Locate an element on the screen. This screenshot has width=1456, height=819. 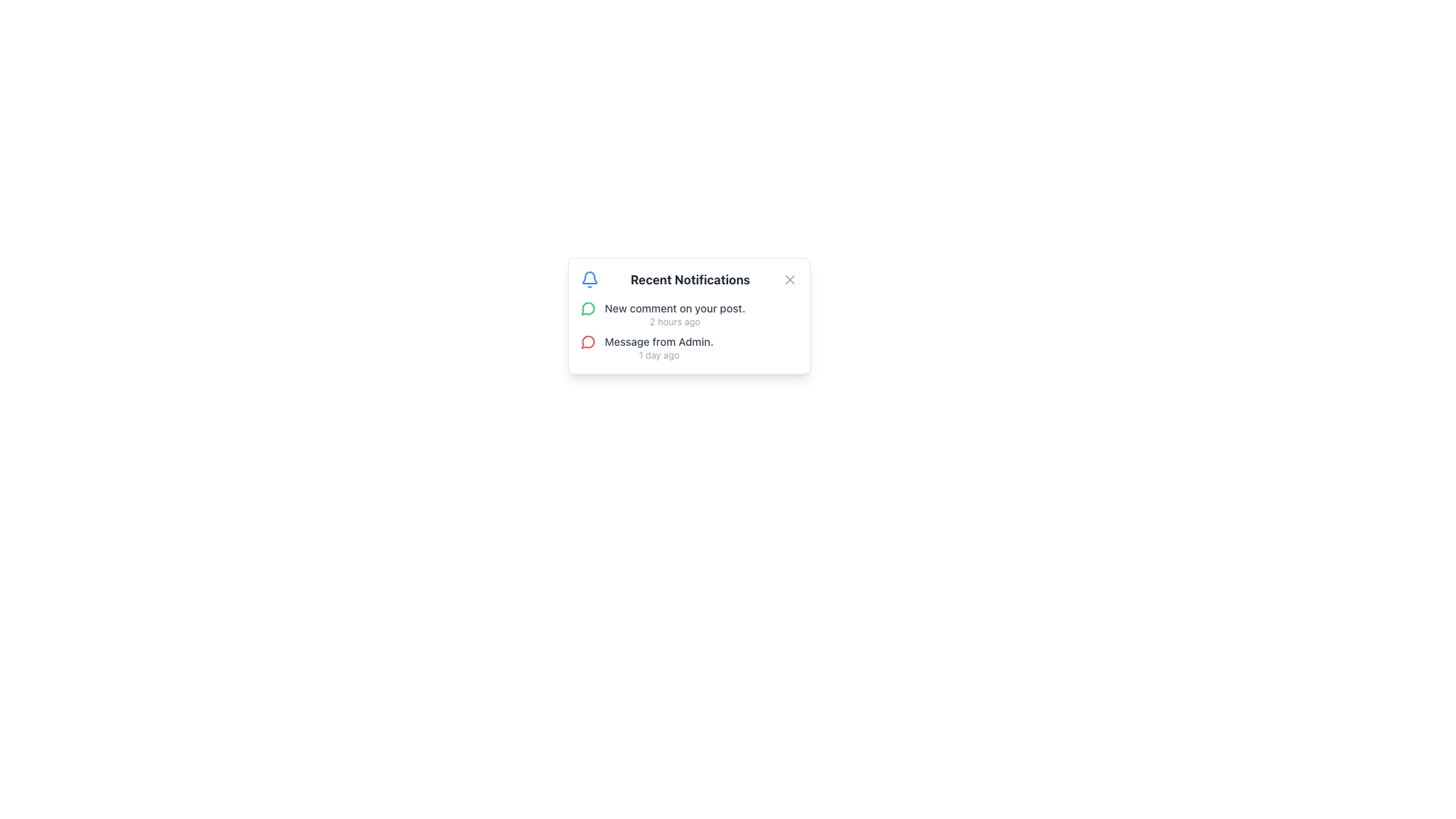
the close button located at the top-right corner of the 'Recent Notifications' notification card is located at coordinates (789, 280).